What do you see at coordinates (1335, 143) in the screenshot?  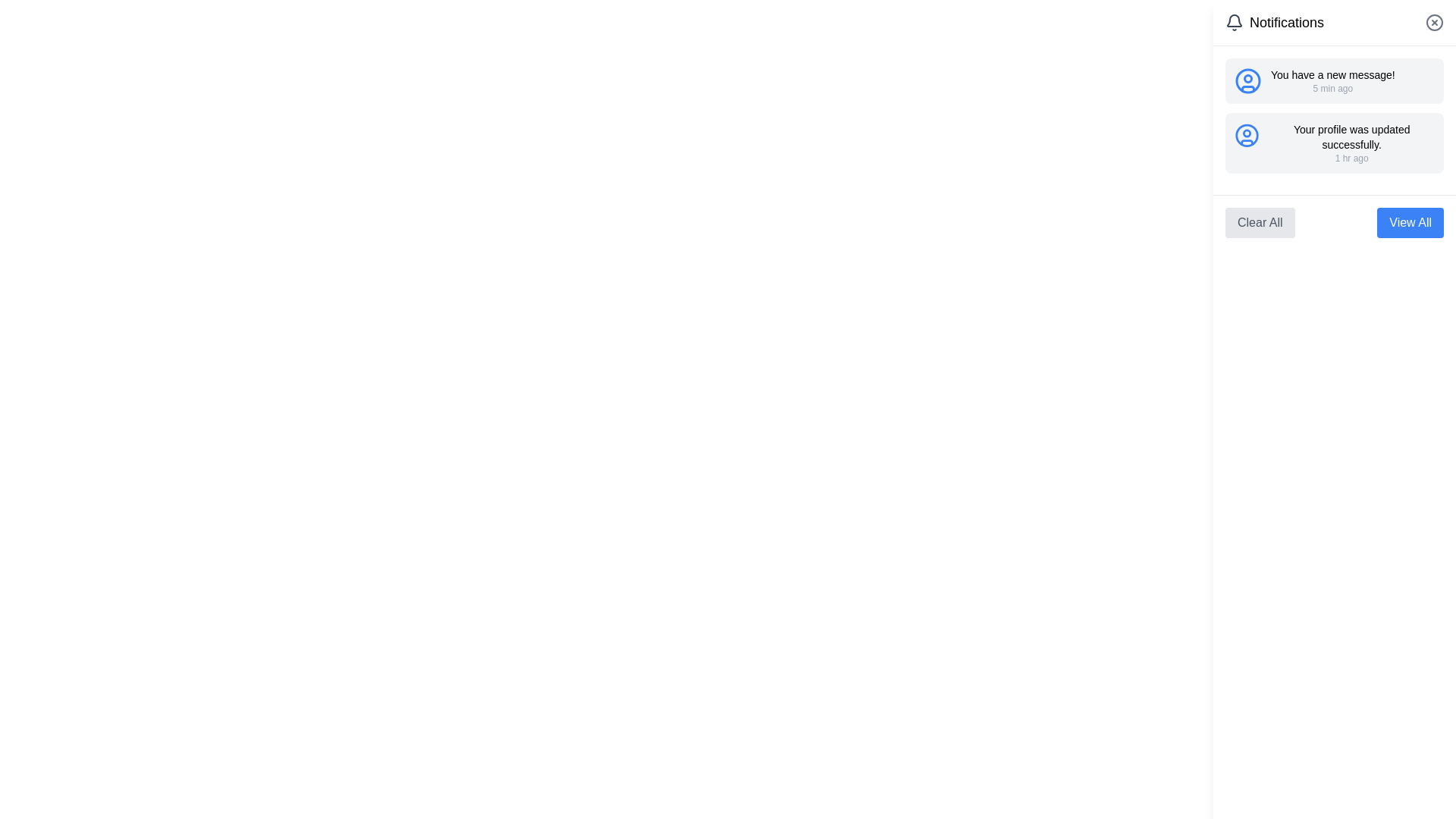 I see `the second notification item in the Notifications section` at bounding box center [1335, 143].